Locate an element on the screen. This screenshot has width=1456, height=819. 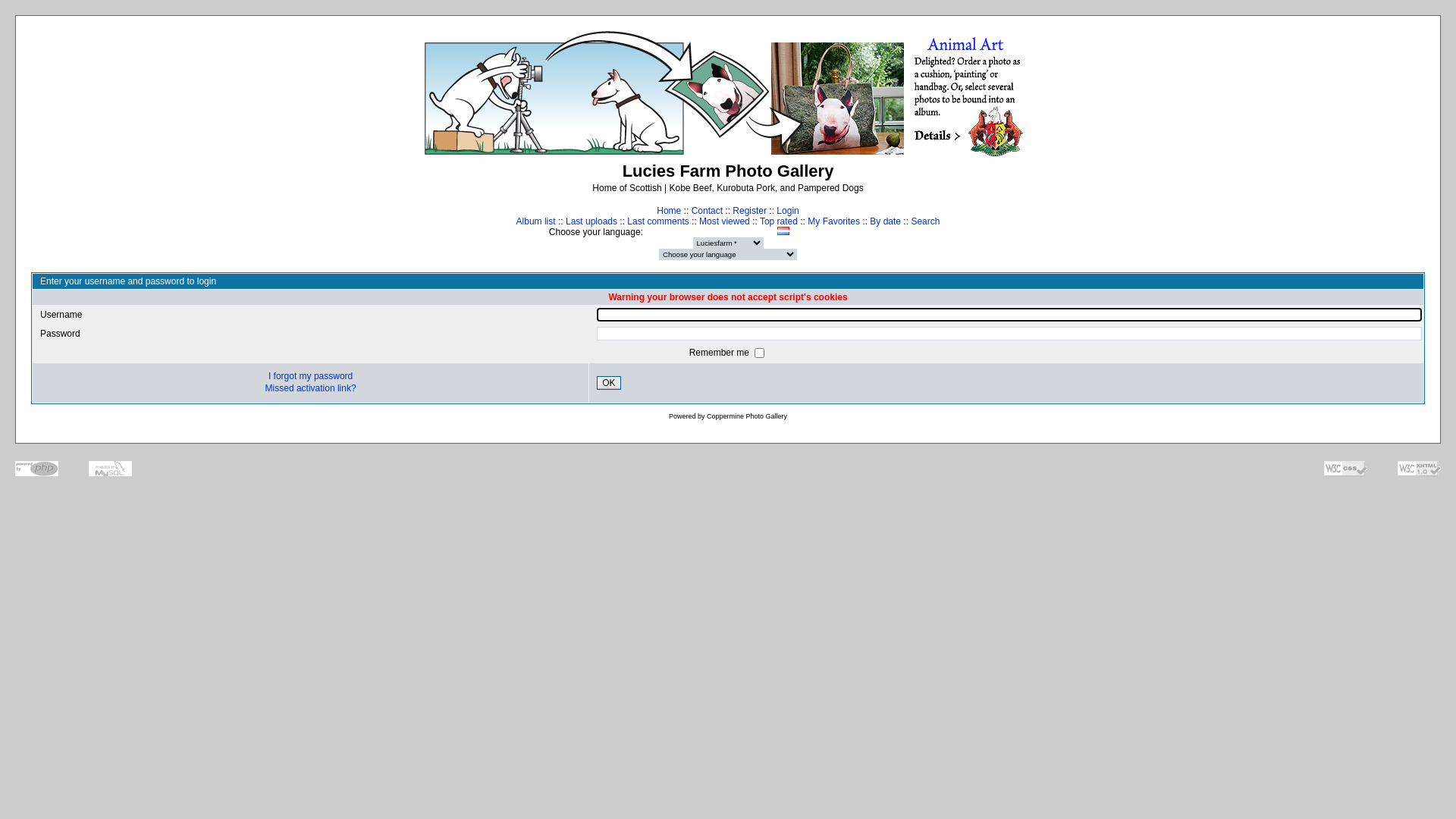
'OK' is located at coordinates (608, 382).